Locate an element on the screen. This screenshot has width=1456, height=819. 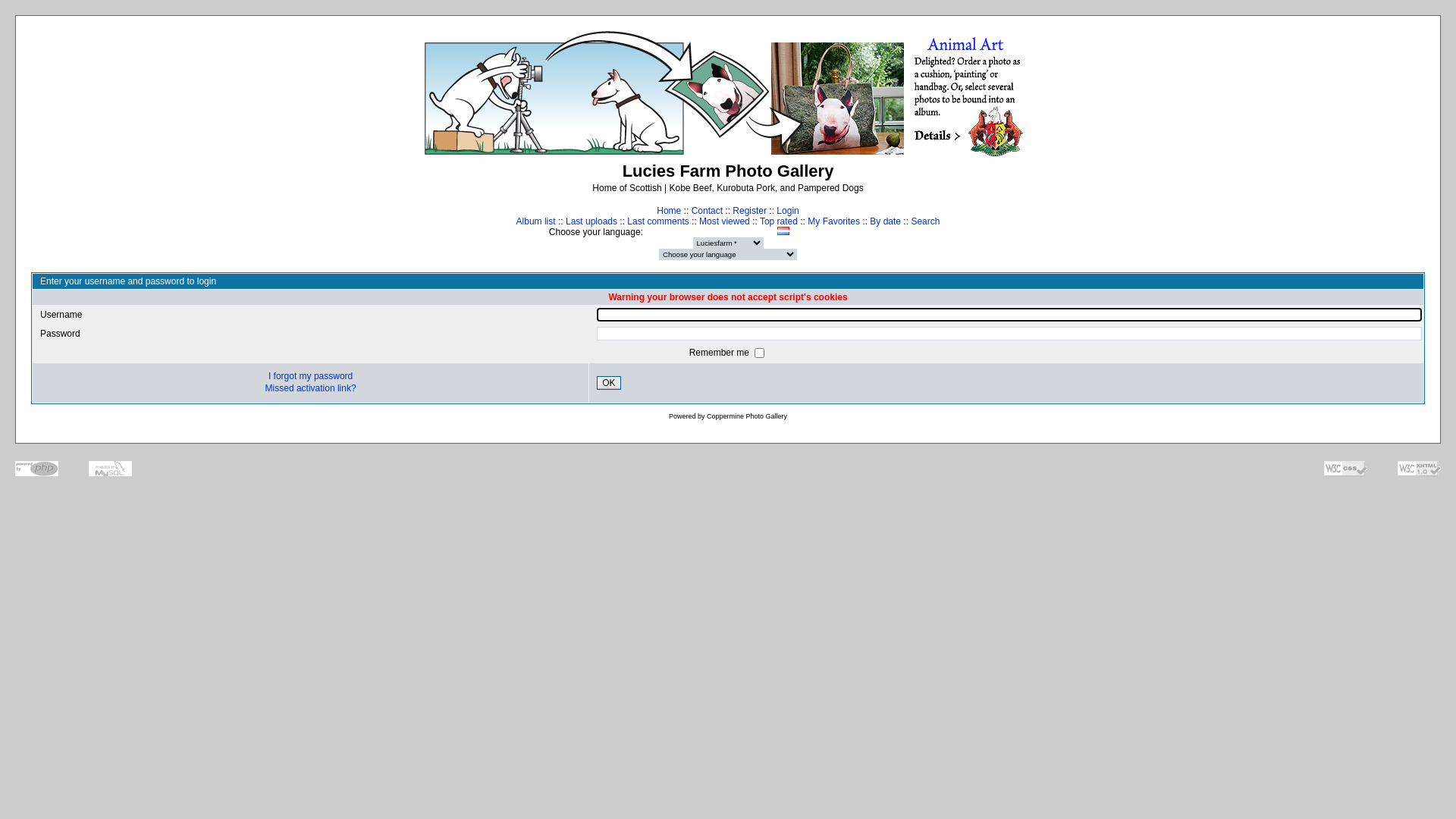
'OK' is located at coordinates (608, 382).